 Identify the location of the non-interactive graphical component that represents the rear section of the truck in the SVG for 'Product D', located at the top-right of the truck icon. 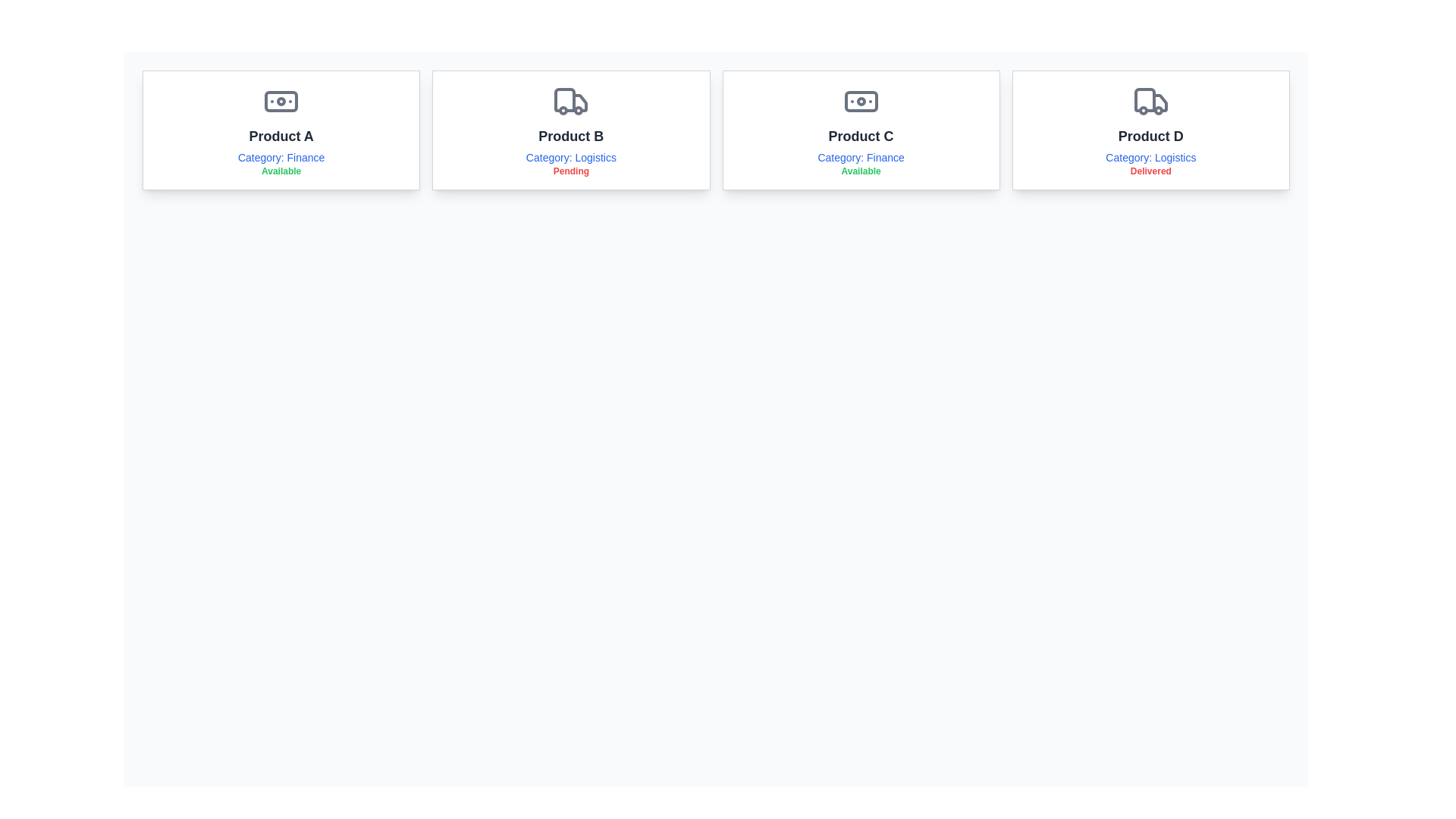
(1159, 102).